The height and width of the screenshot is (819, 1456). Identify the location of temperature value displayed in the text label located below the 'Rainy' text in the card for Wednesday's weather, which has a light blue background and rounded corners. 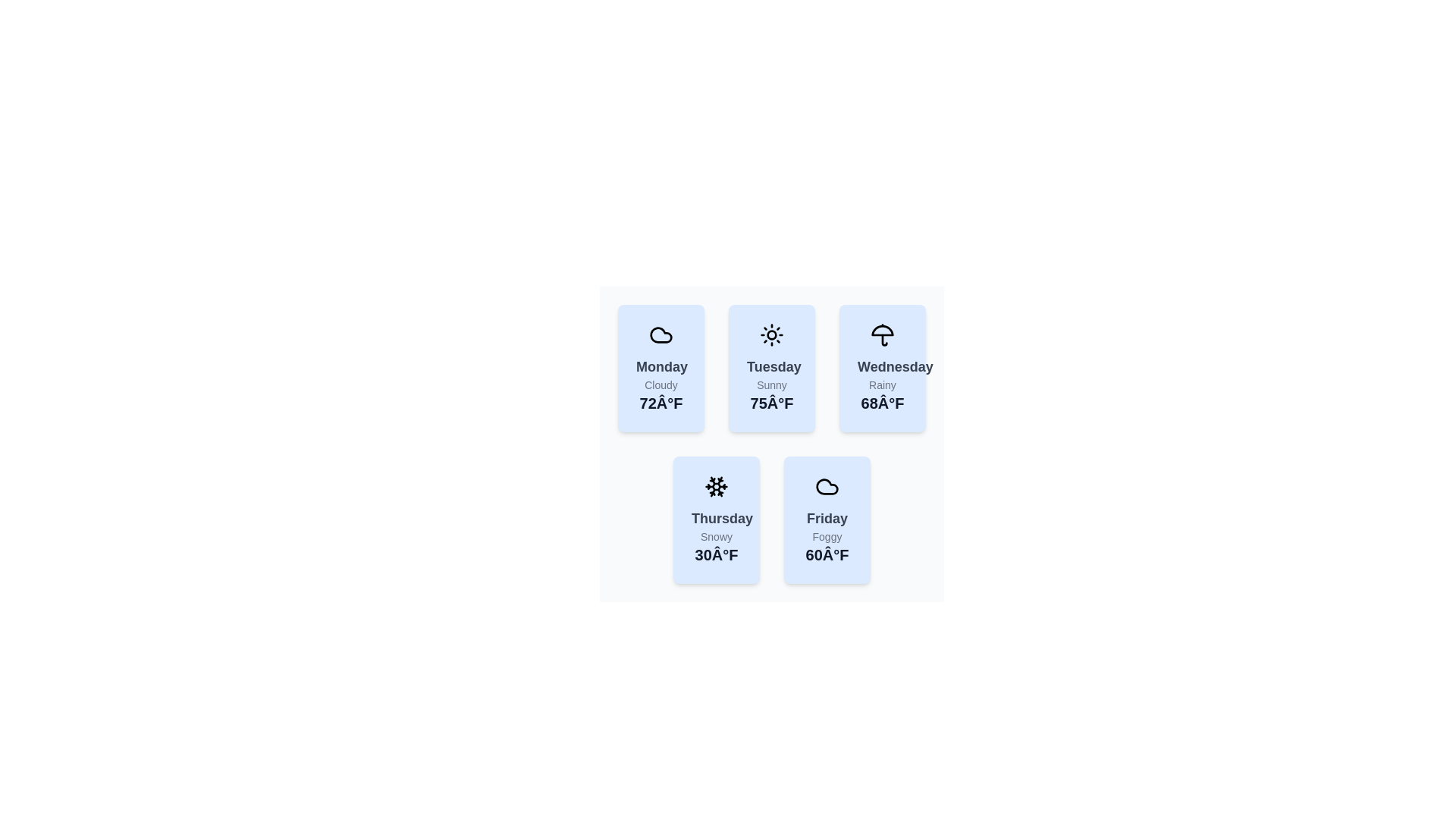
(882, 403).